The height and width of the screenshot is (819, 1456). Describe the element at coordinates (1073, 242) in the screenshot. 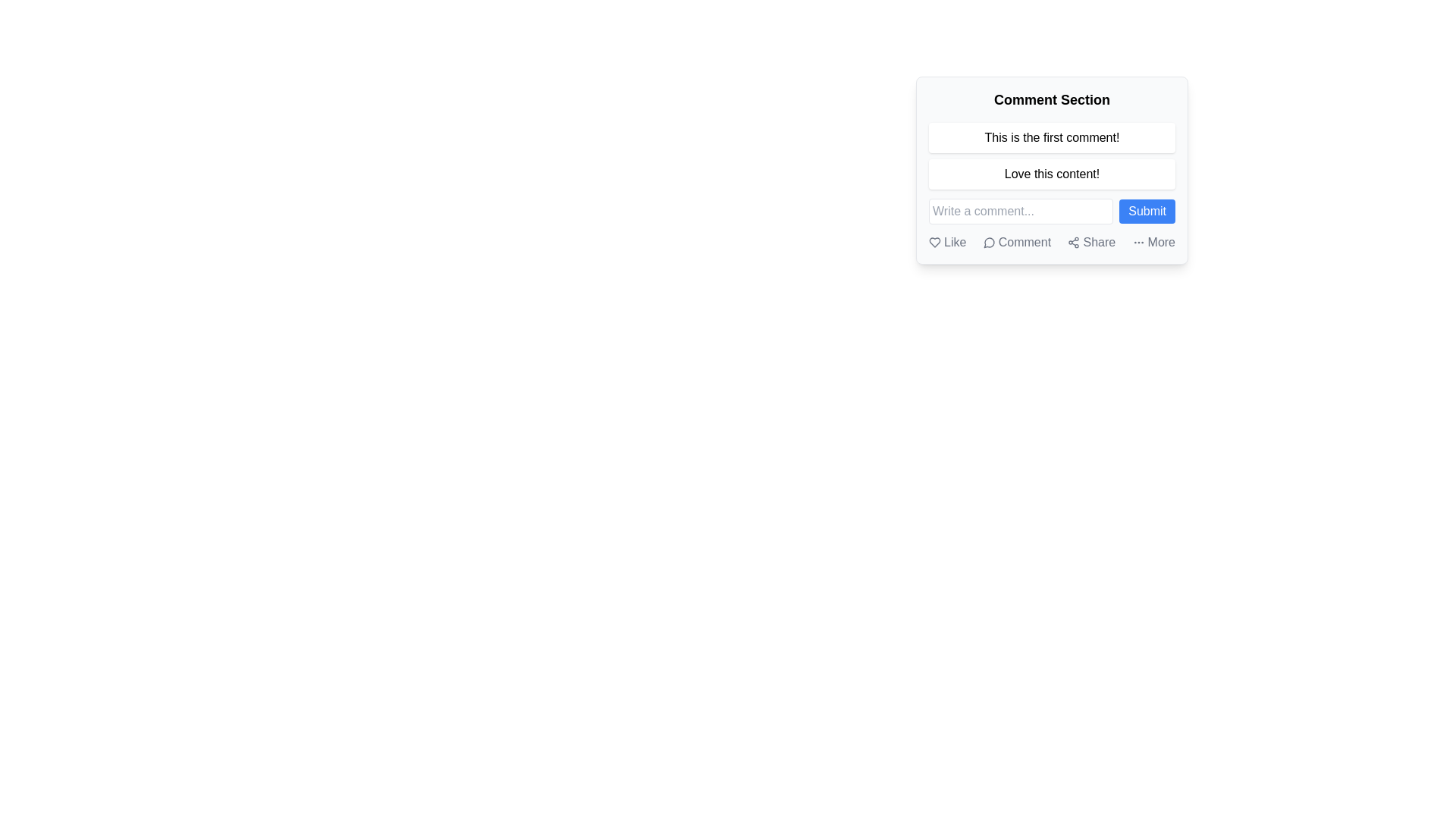

I see `the 'Share' button icon located to the left of the 'Share' text label in the comment section, which serves as a visual indicator for sharing comments` at that location.